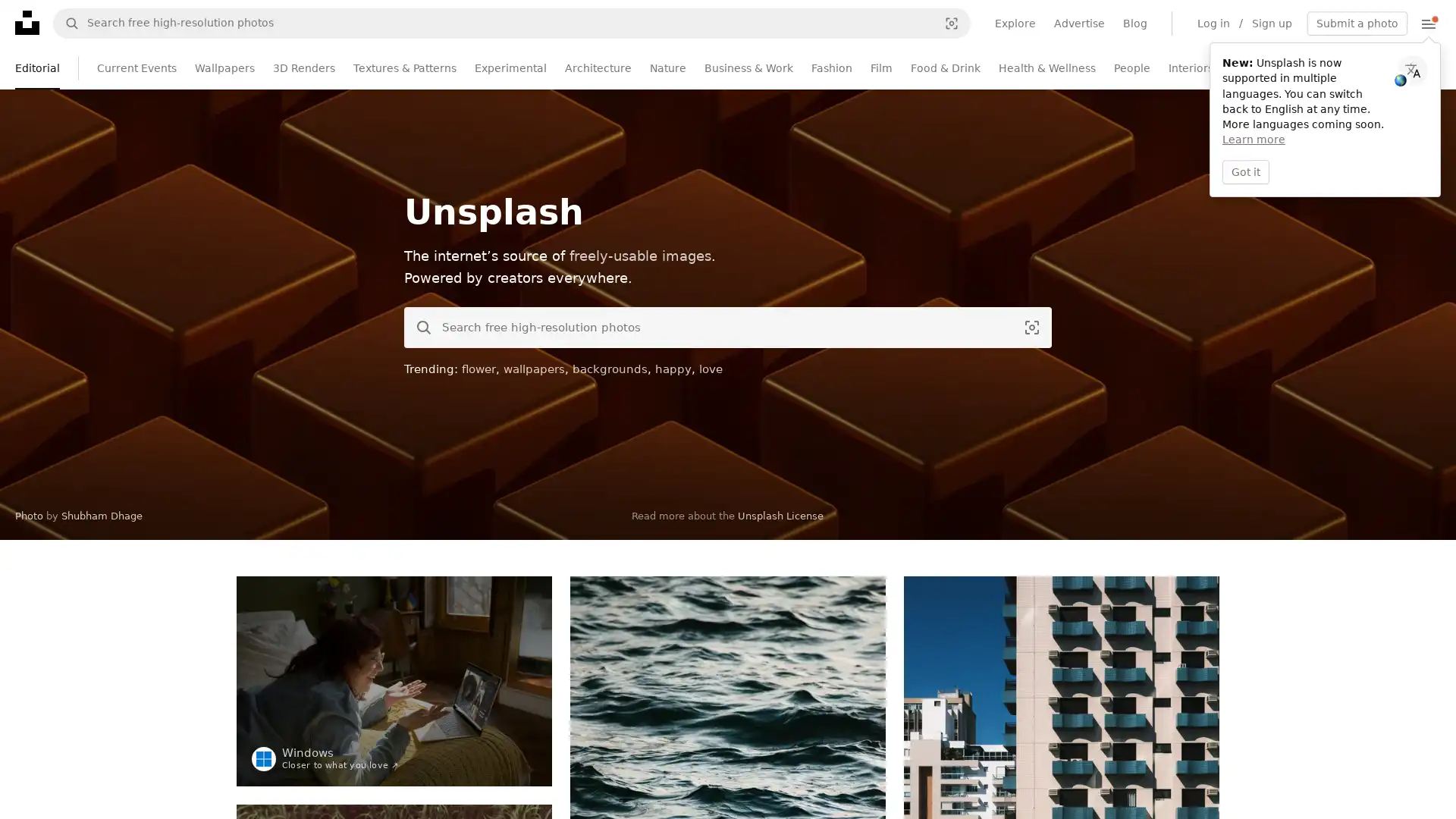 The width and height of the screenshot is (1456, 819). What do you see at coordinates (419, 327) in the screenshot?
I see `Search Unsplash` at bounding box center [419, 327].